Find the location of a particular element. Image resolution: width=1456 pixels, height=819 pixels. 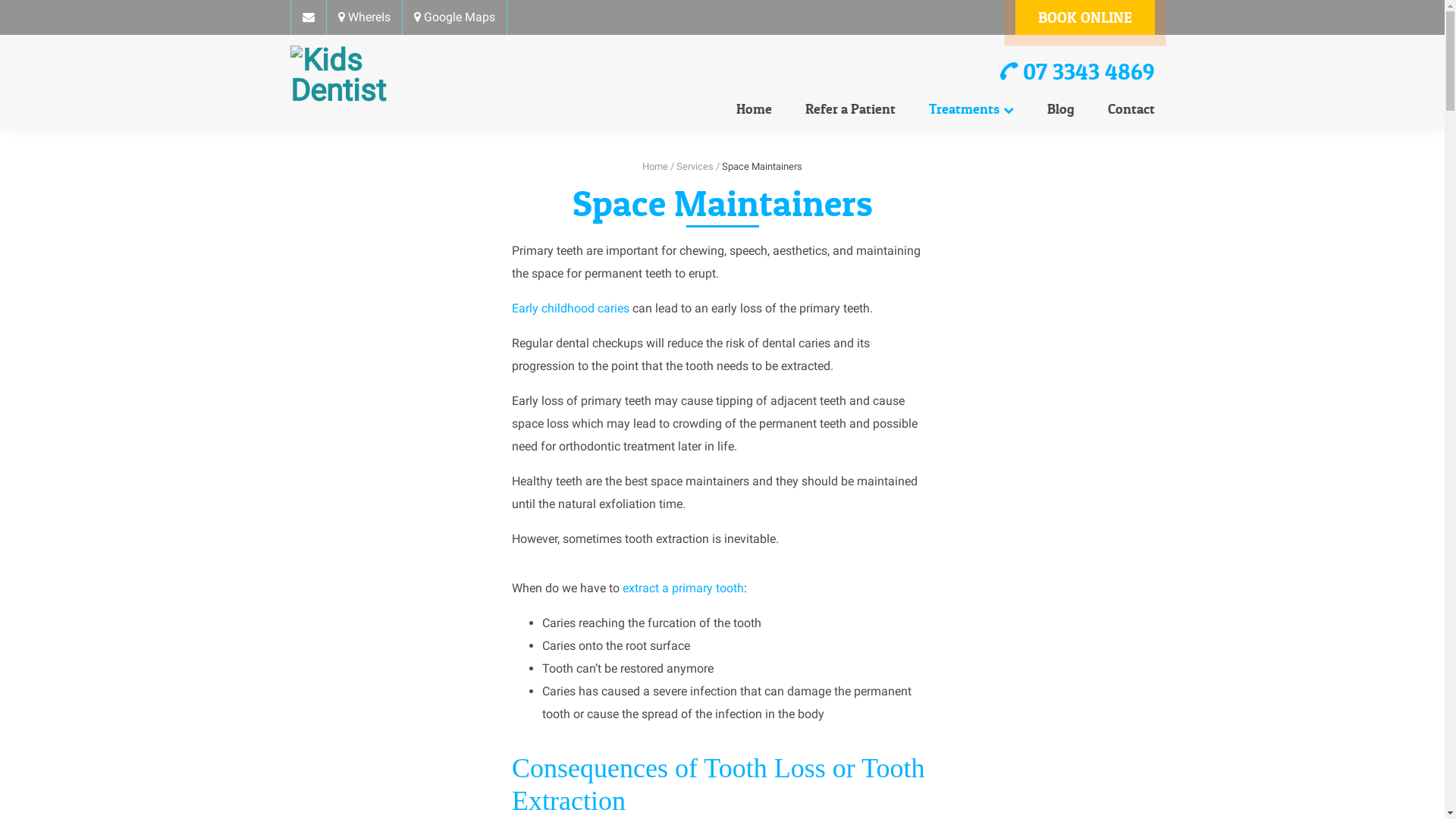

'extract a primary tooth' is located at coordinates (682, 587).